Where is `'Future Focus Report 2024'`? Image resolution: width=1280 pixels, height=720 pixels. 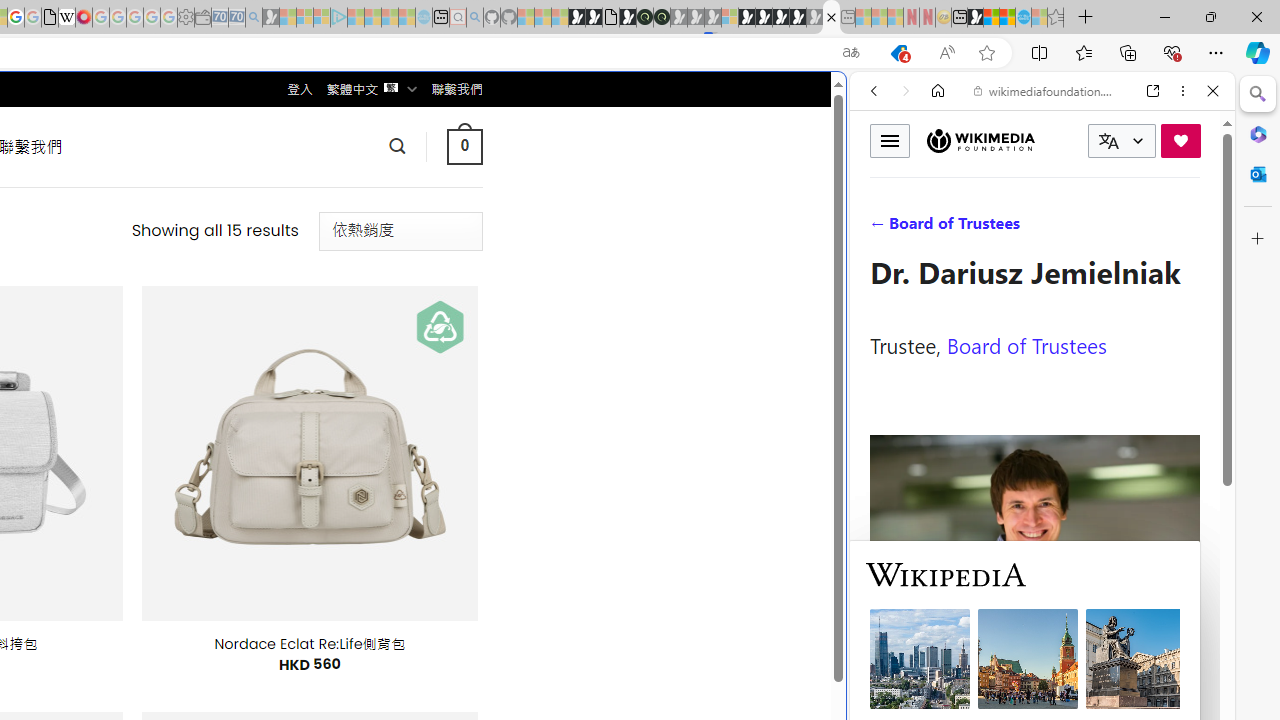 'Future Focus Report 2024' is located at coordinates (661, 17).